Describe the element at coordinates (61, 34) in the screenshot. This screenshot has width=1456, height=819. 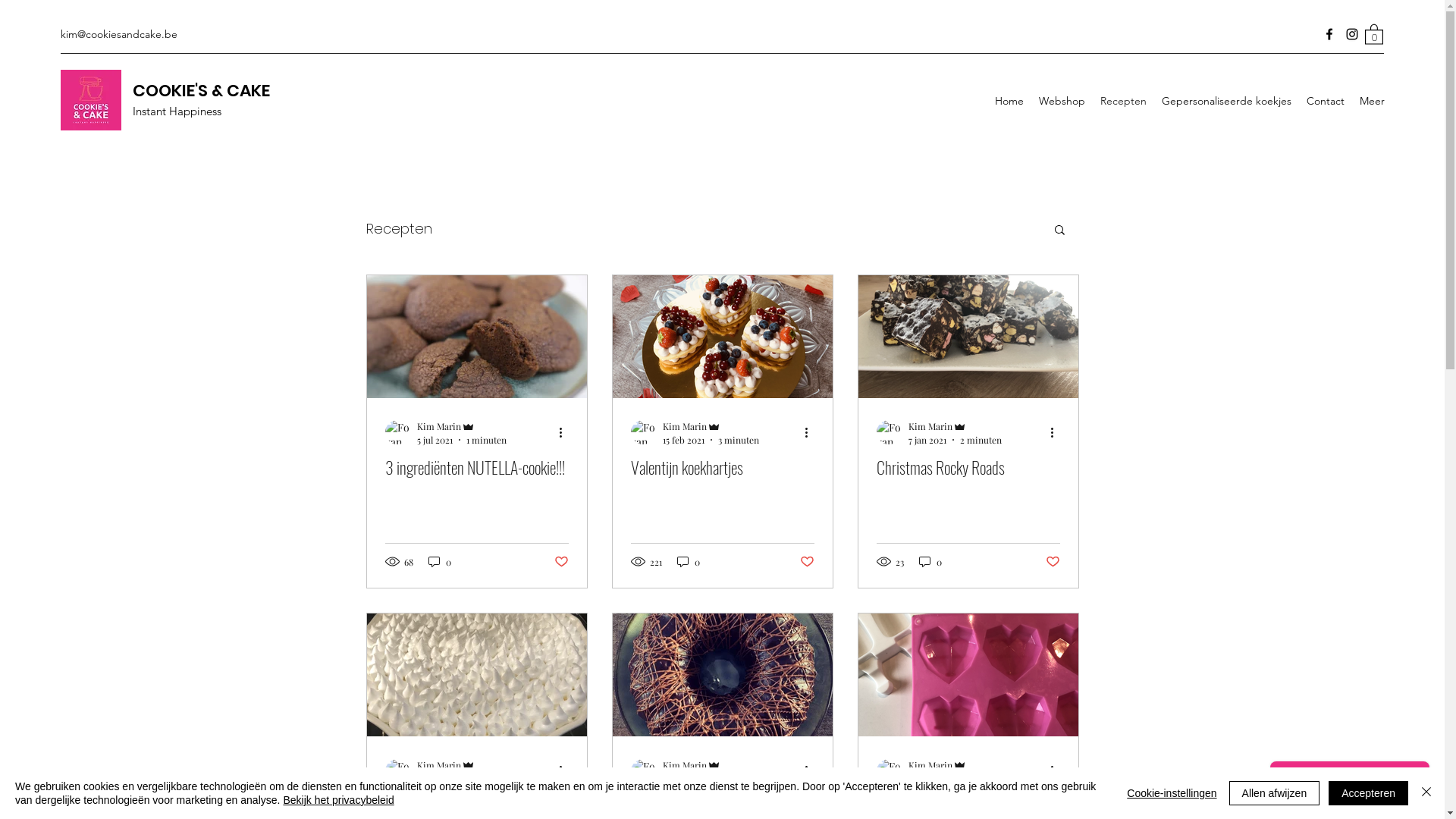
I see `'kim@cookiesandcake.be'` at that location.